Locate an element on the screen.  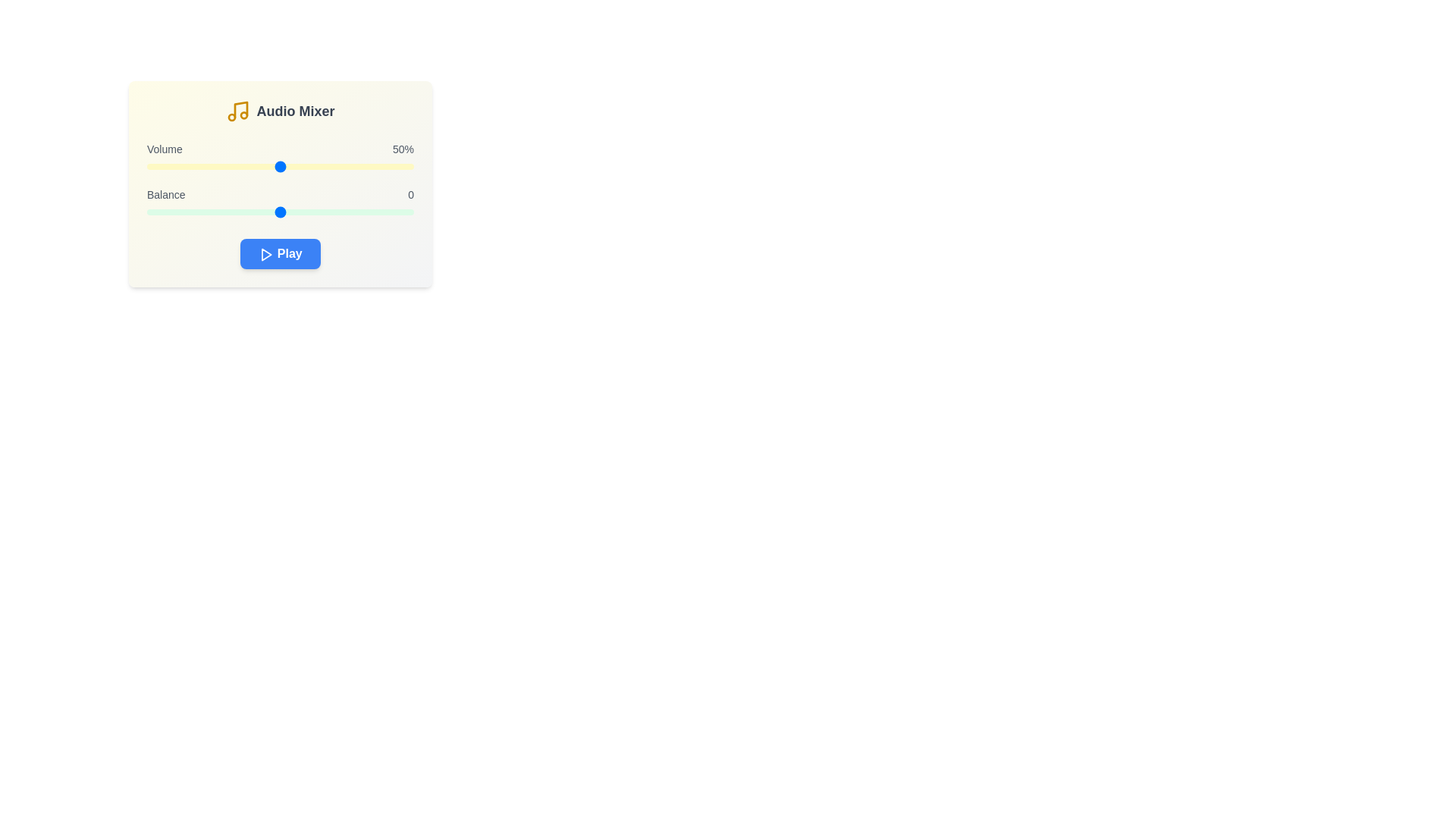
the volume is located at coordinates (303, 166).